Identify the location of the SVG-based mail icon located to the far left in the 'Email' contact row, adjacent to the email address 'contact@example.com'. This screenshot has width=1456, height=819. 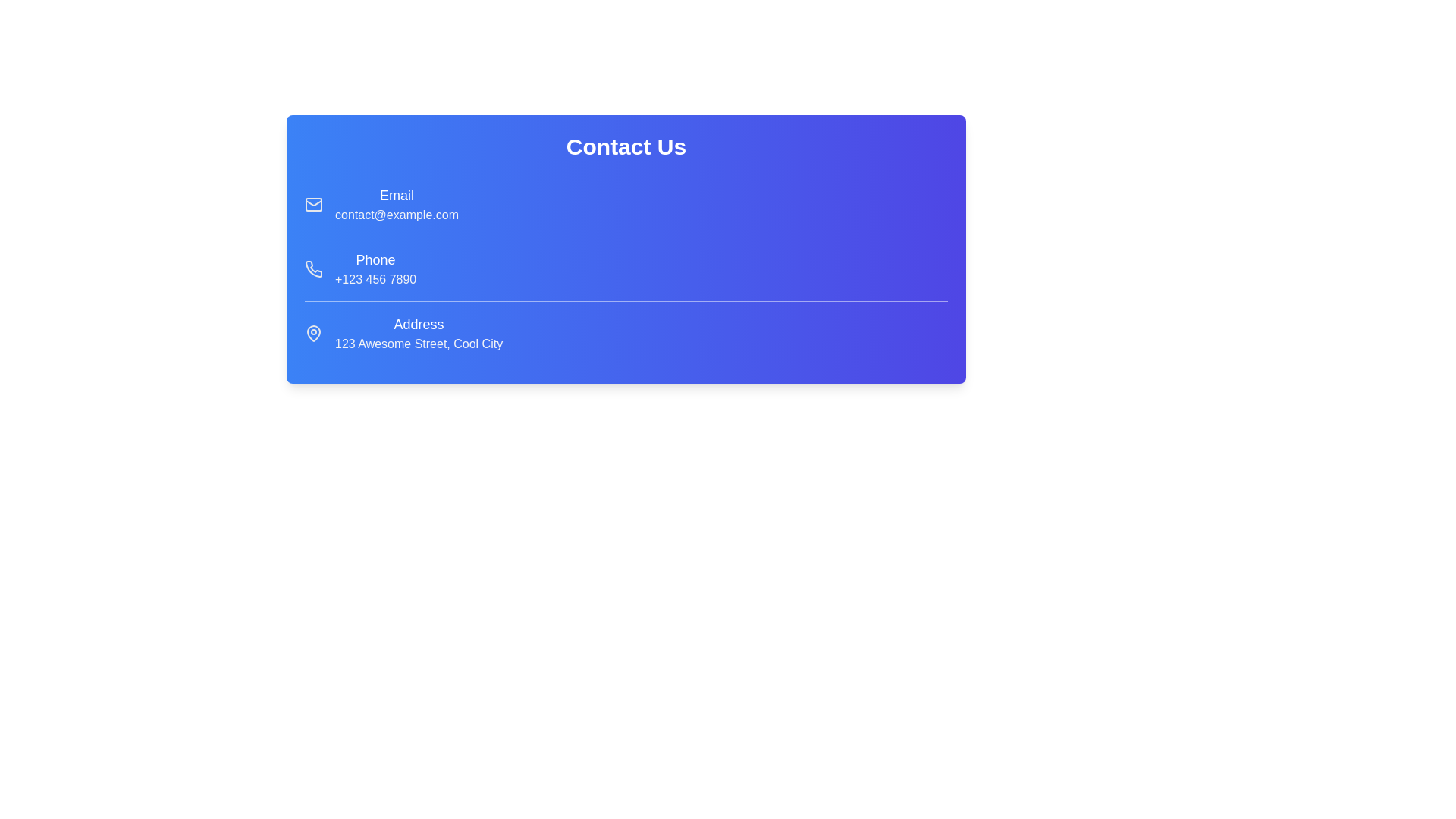
(312, 205).